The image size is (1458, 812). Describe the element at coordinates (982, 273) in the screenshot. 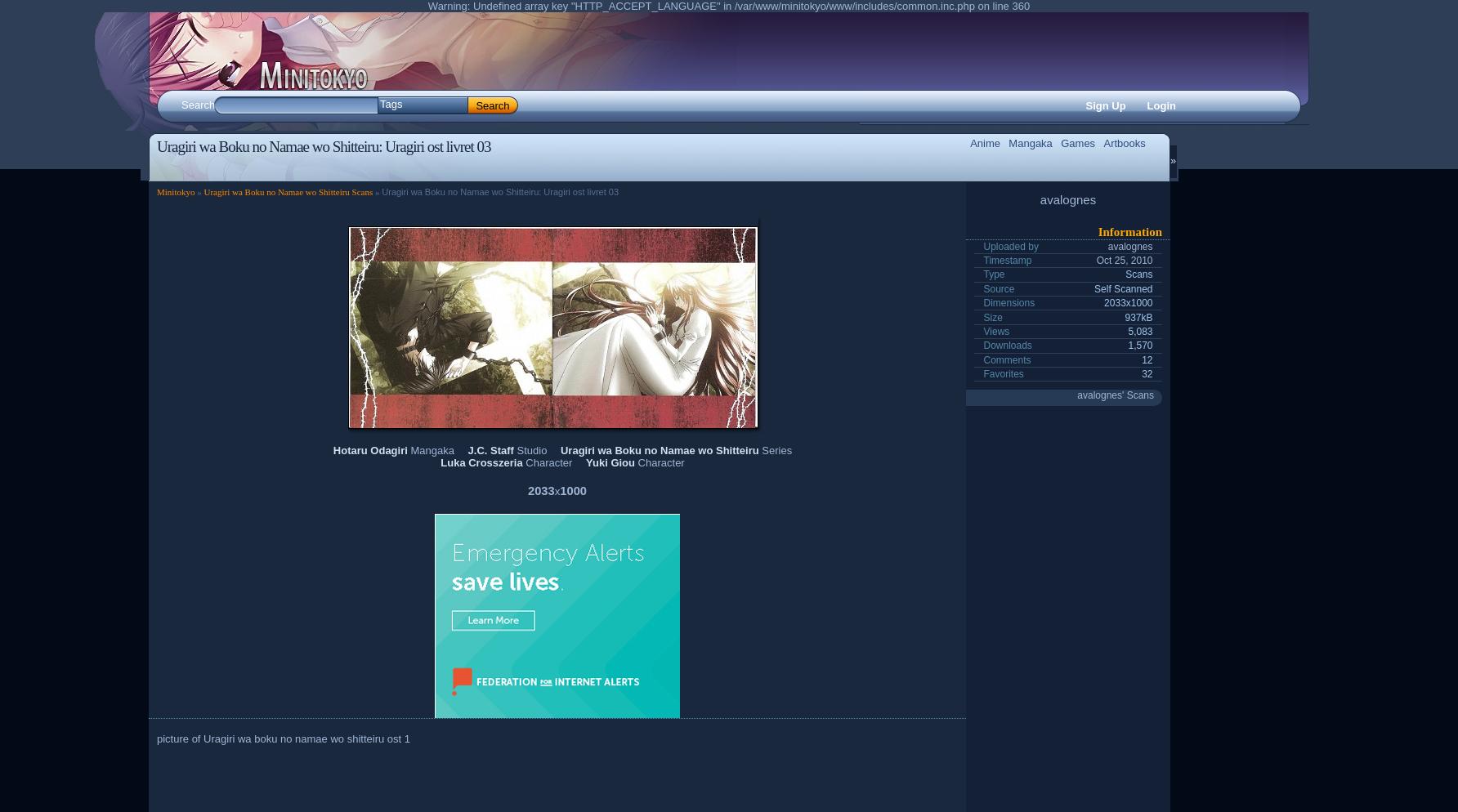

I see `'Type'` at that location.